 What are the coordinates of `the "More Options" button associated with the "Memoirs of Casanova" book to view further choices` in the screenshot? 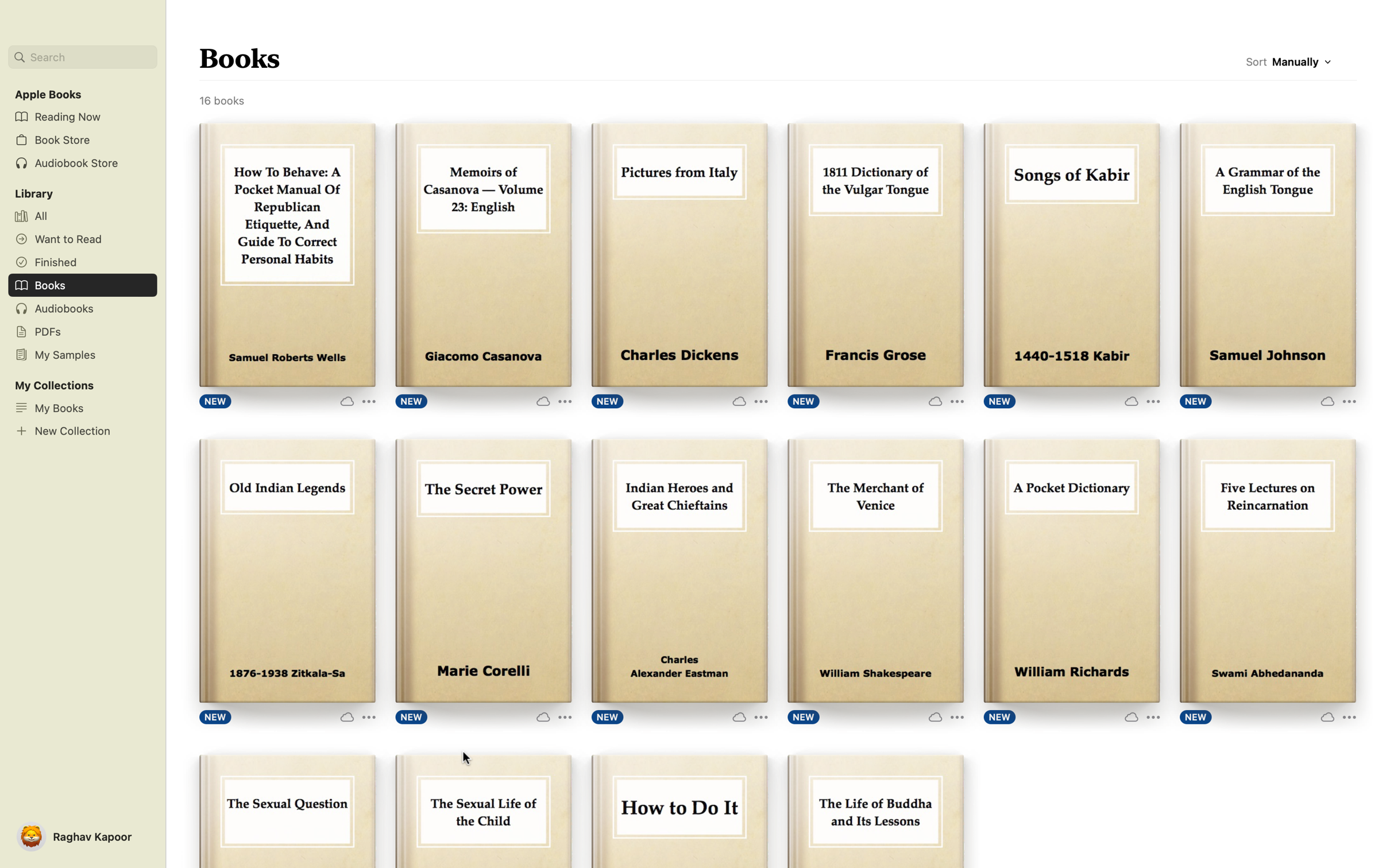 It's located at (550, 400).